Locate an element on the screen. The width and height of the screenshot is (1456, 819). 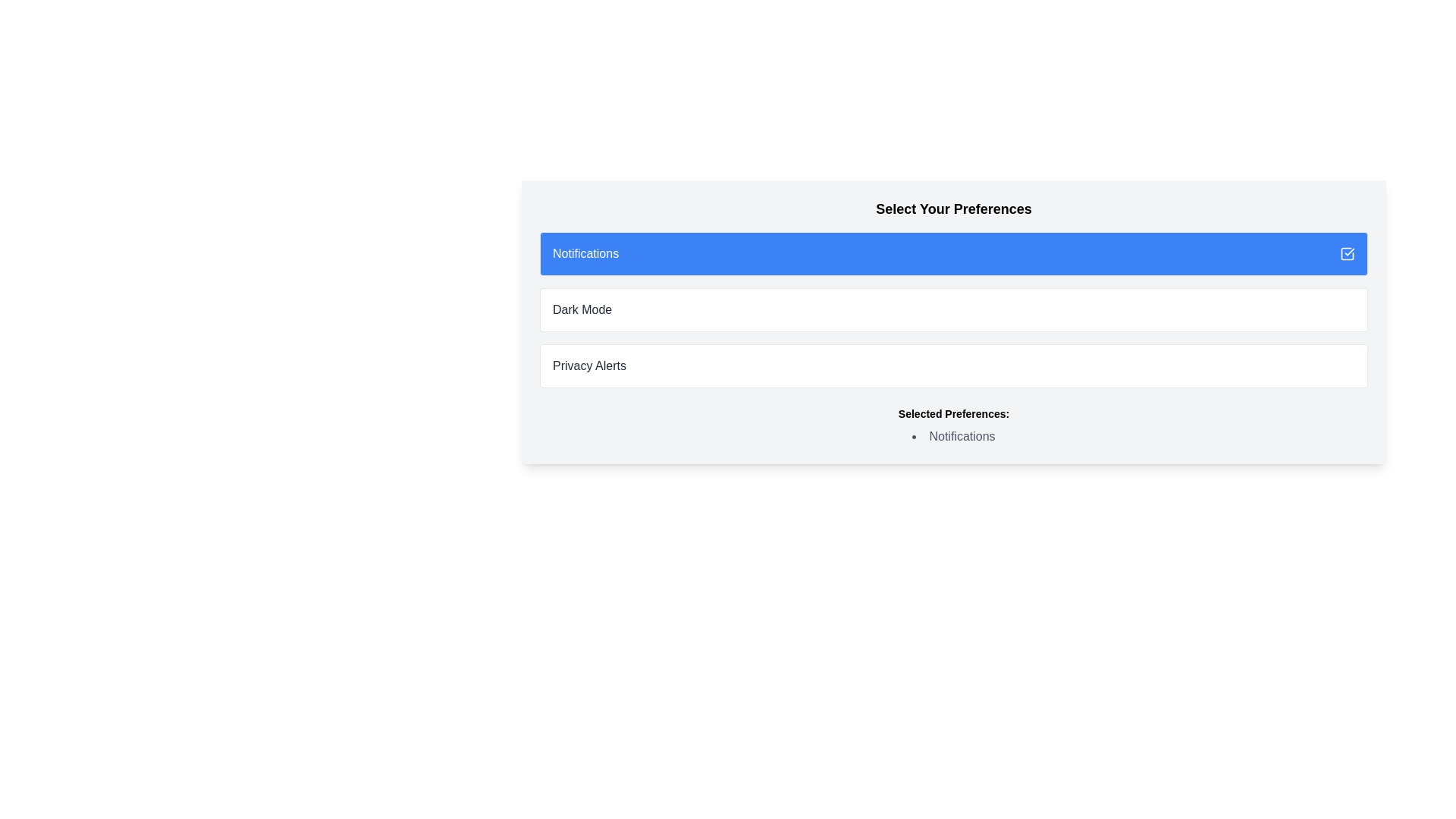
the 'Privacy Alerts' text label, which is styled in black sans-serif font and located in the third content block under the 'Select Your Preferences' section is located at coordinates (588, 366).